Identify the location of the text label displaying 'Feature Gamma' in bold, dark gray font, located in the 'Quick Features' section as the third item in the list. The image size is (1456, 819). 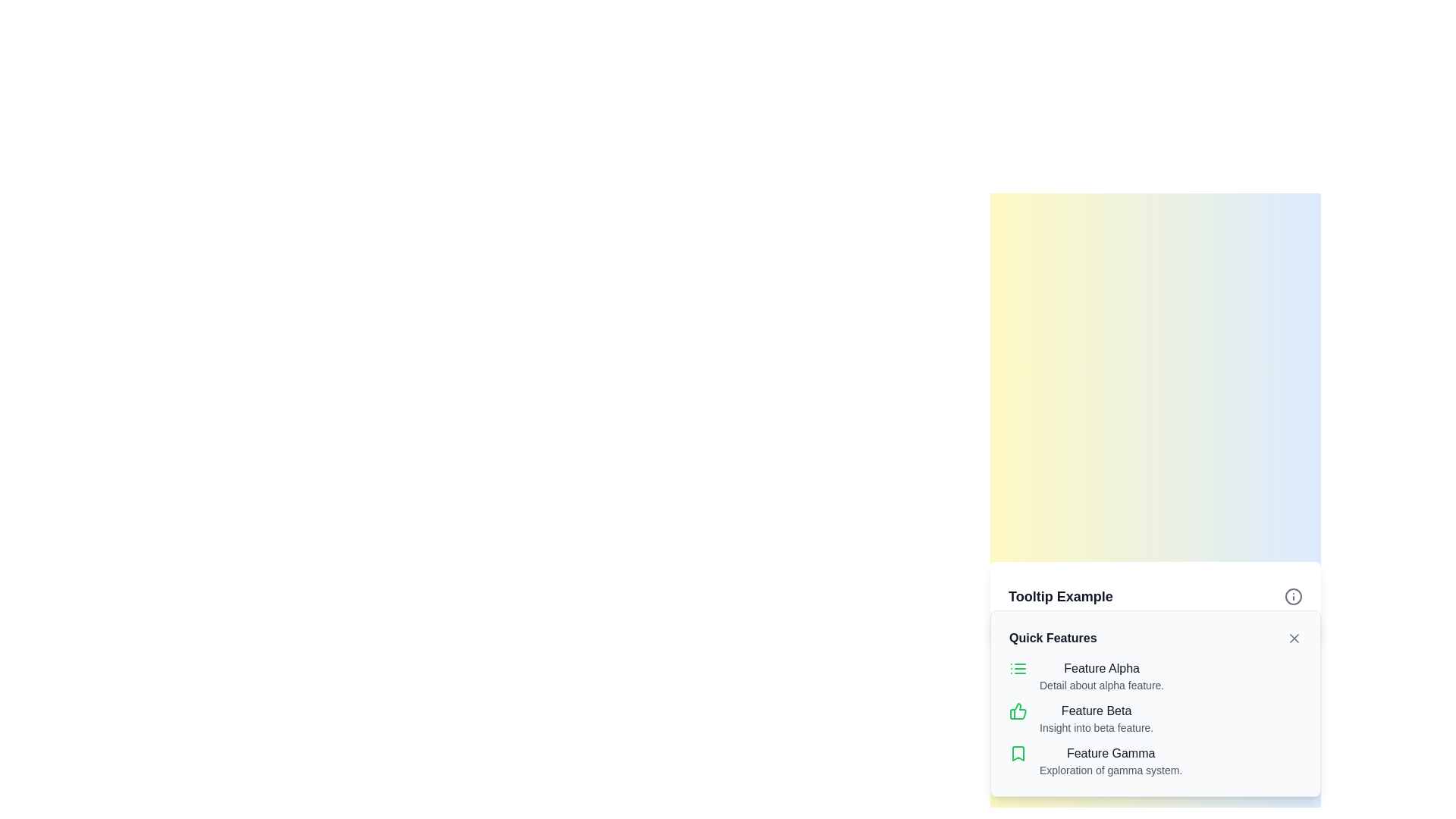
(1111, 754).